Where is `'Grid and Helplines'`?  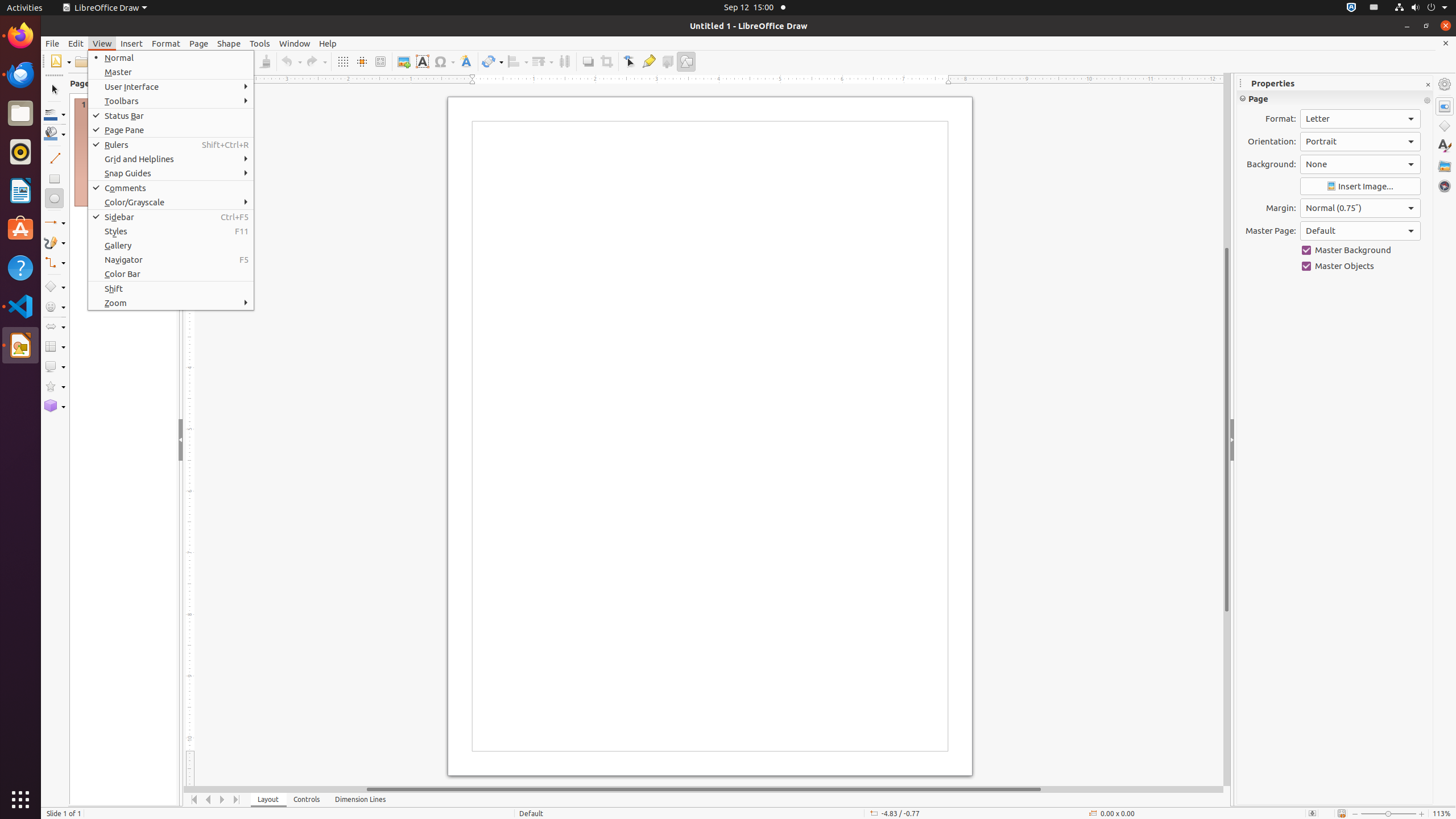 'Grid and Helplines' is located at coordinates (170, 159).